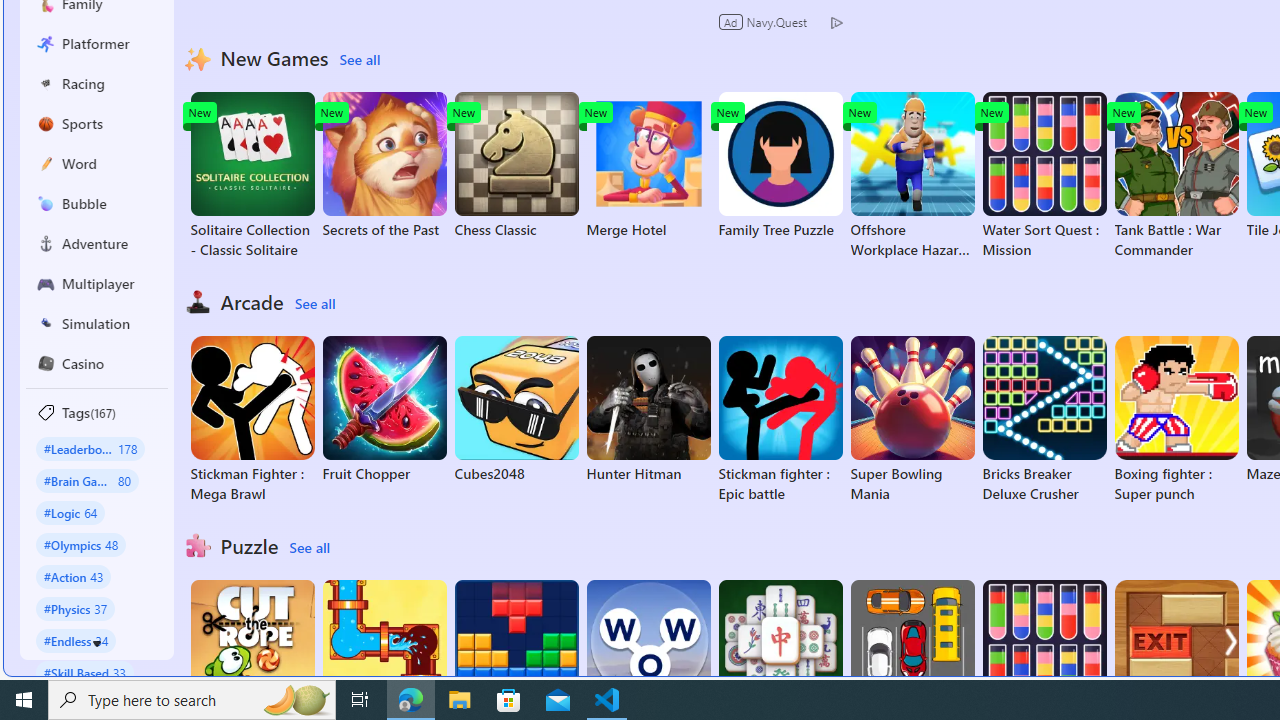 The image size is (1280, 720). What do you see at coordinates (516, 409) in the screenshot?
I see `'Cubes2048'` at bounding box center [516, 409].